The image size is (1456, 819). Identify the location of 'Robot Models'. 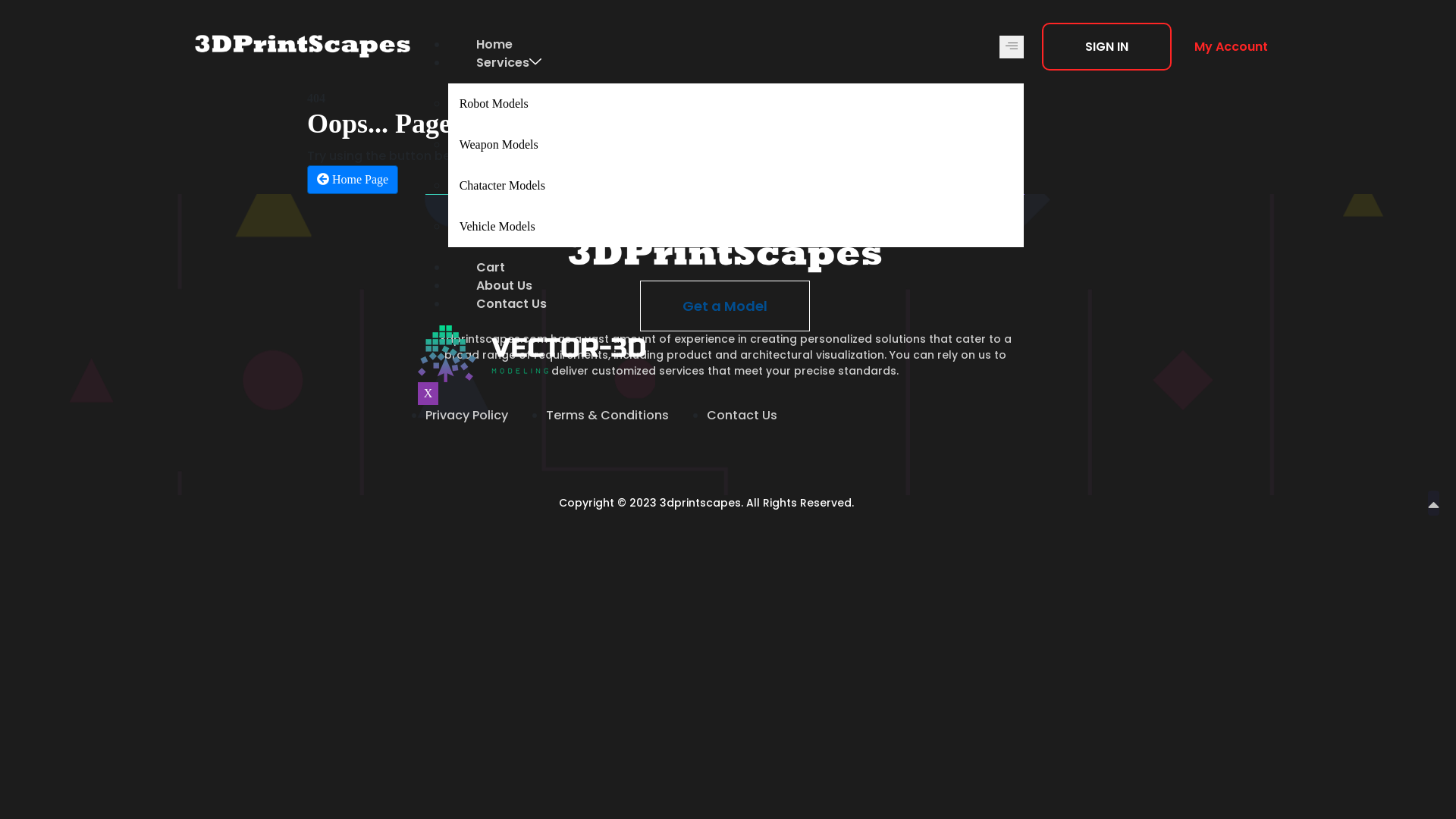
(447, 103).